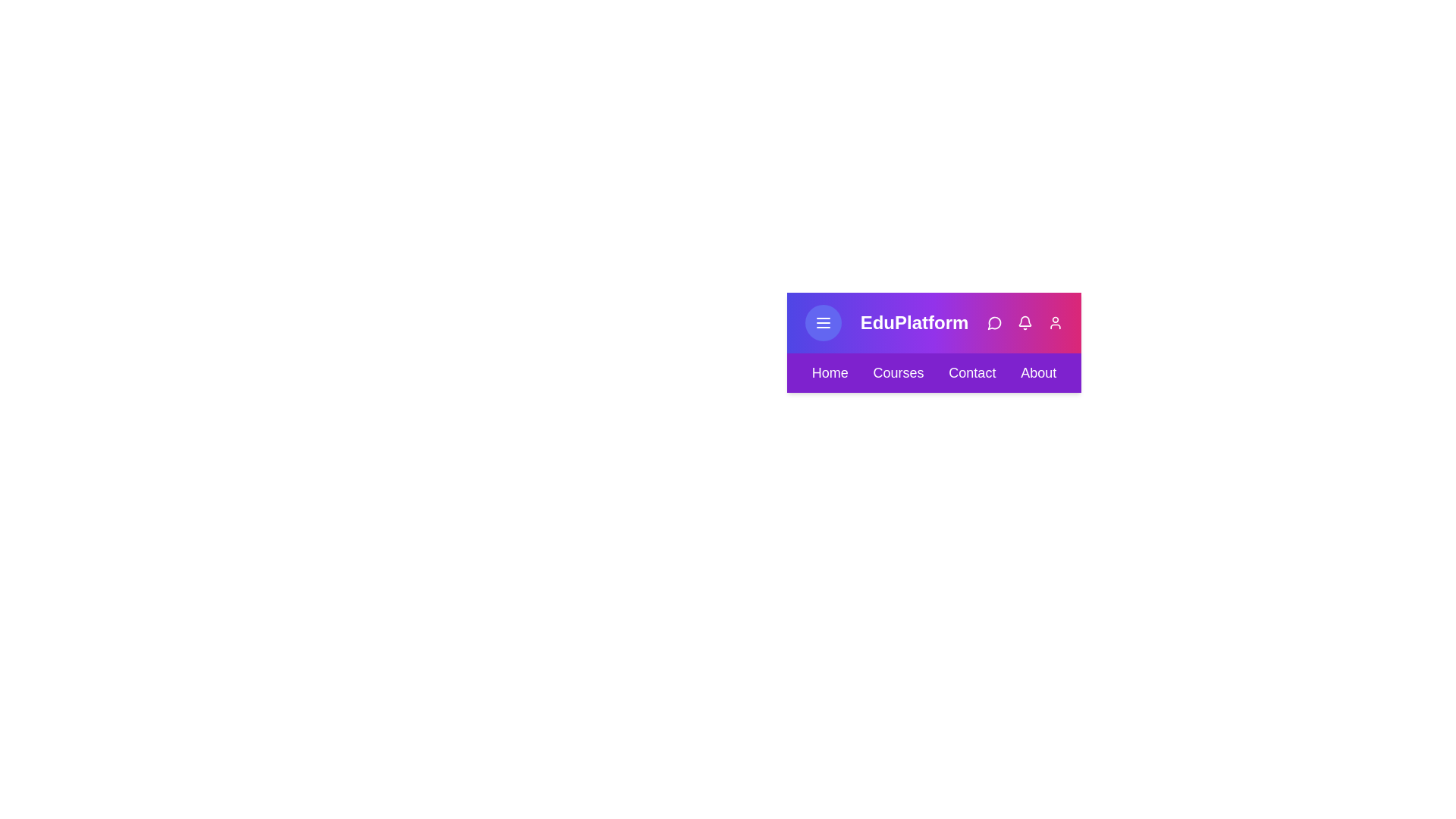 The image size is (1456, 819). I want to click on the Contact navigation menu item, so click(972, 373).